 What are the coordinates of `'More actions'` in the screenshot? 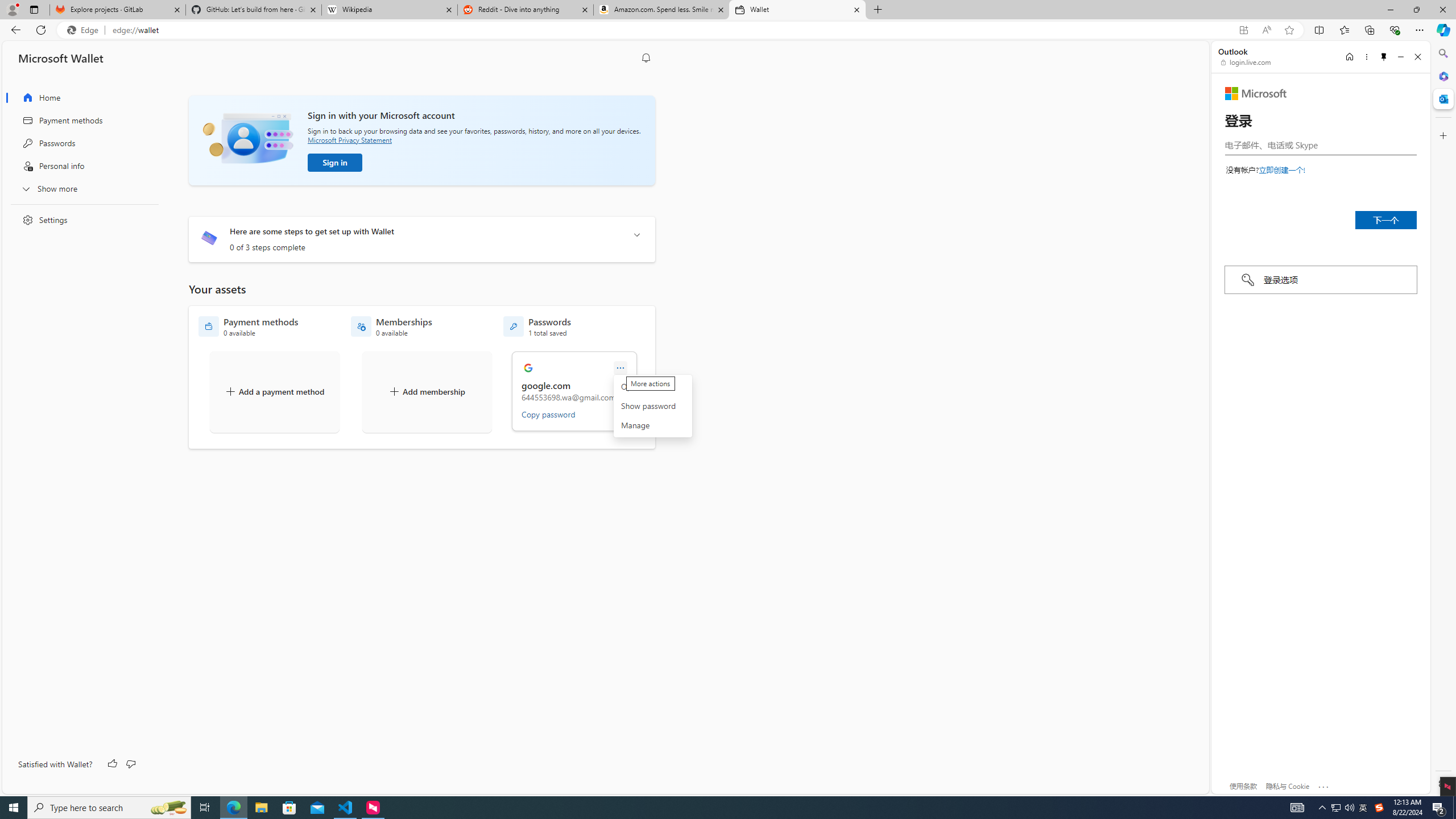 It's located at (651, 406).